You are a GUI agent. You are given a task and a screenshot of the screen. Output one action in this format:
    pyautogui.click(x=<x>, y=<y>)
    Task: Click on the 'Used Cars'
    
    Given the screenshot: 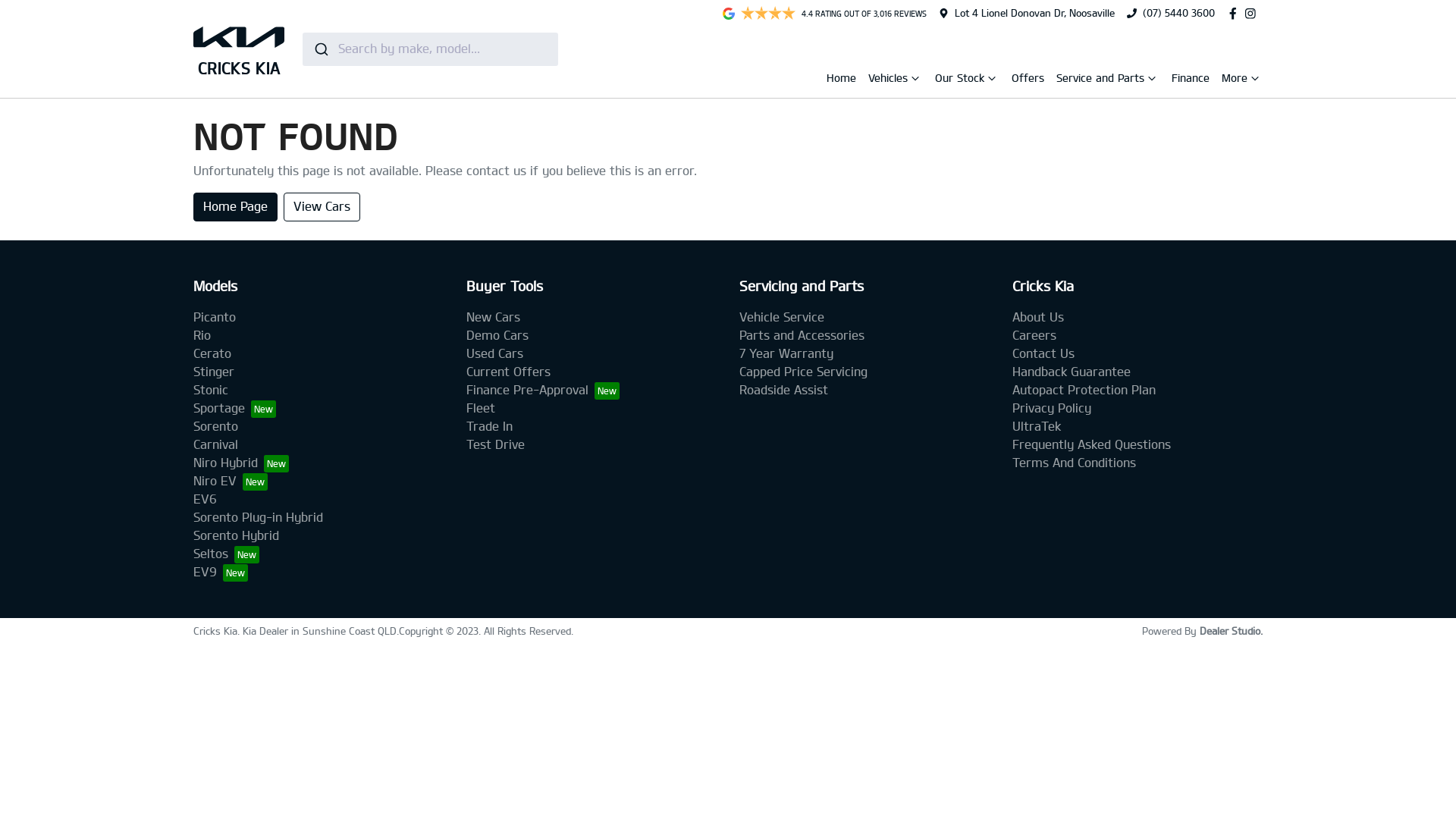 What is the action you would take?
    pyautogui.click(x=494, y=353)
    